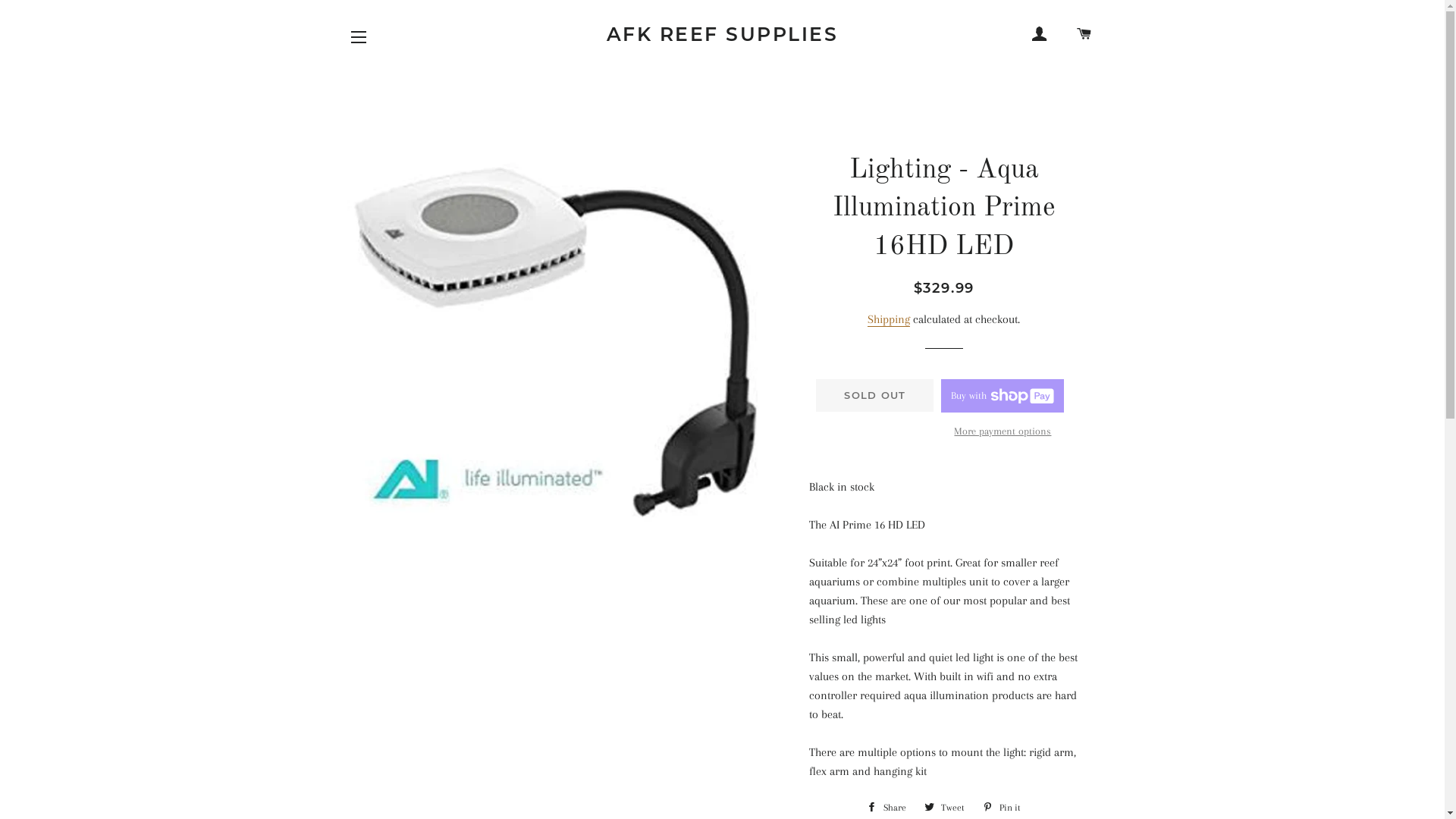  I want to click on 'CART', so click(1083, 34).